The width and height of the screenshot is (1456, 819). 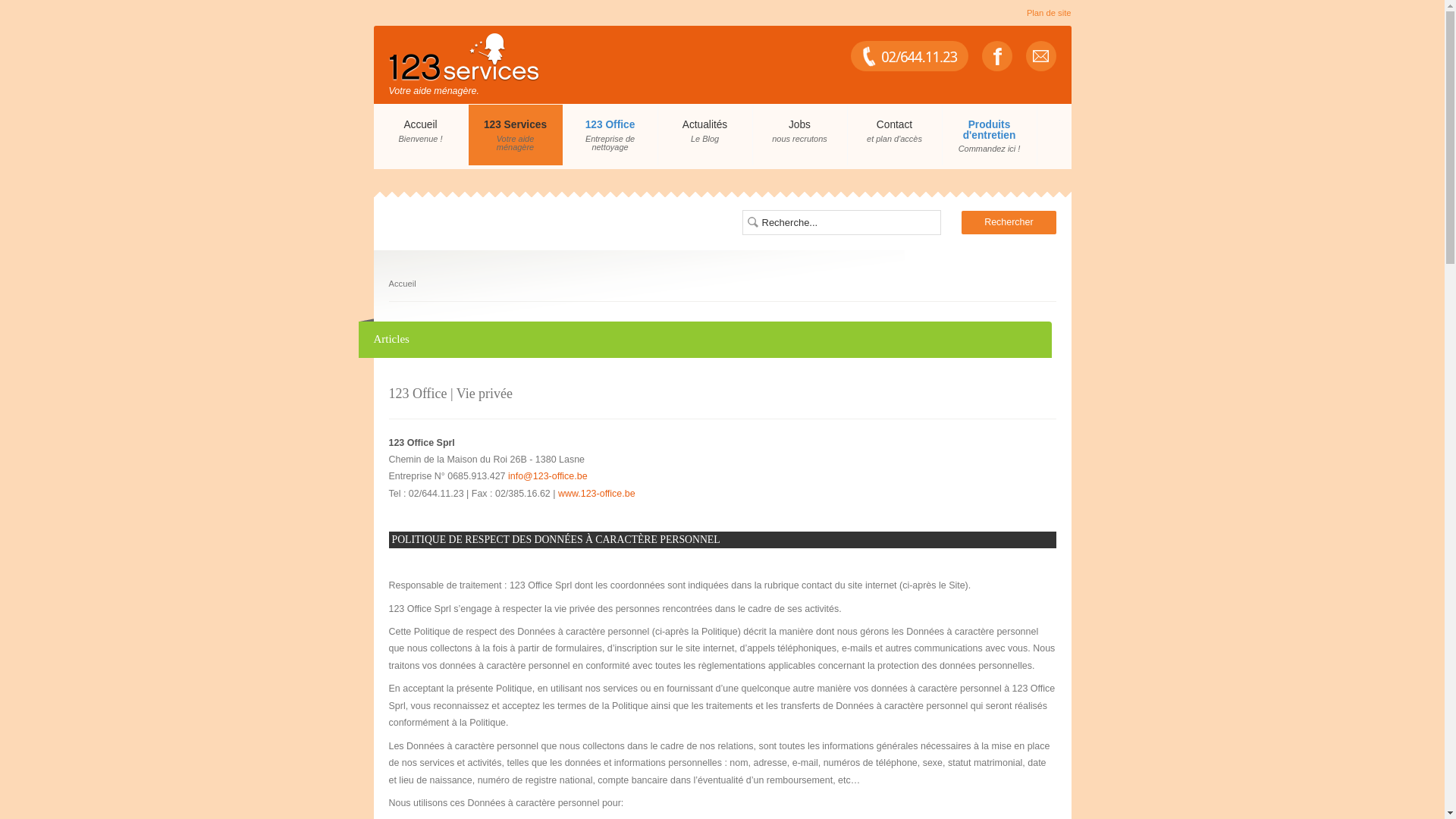 What do you see at coordinates (596, 494) in the screenshot?
I see `'www.123-office.be'` at bounding box center [596, 494].